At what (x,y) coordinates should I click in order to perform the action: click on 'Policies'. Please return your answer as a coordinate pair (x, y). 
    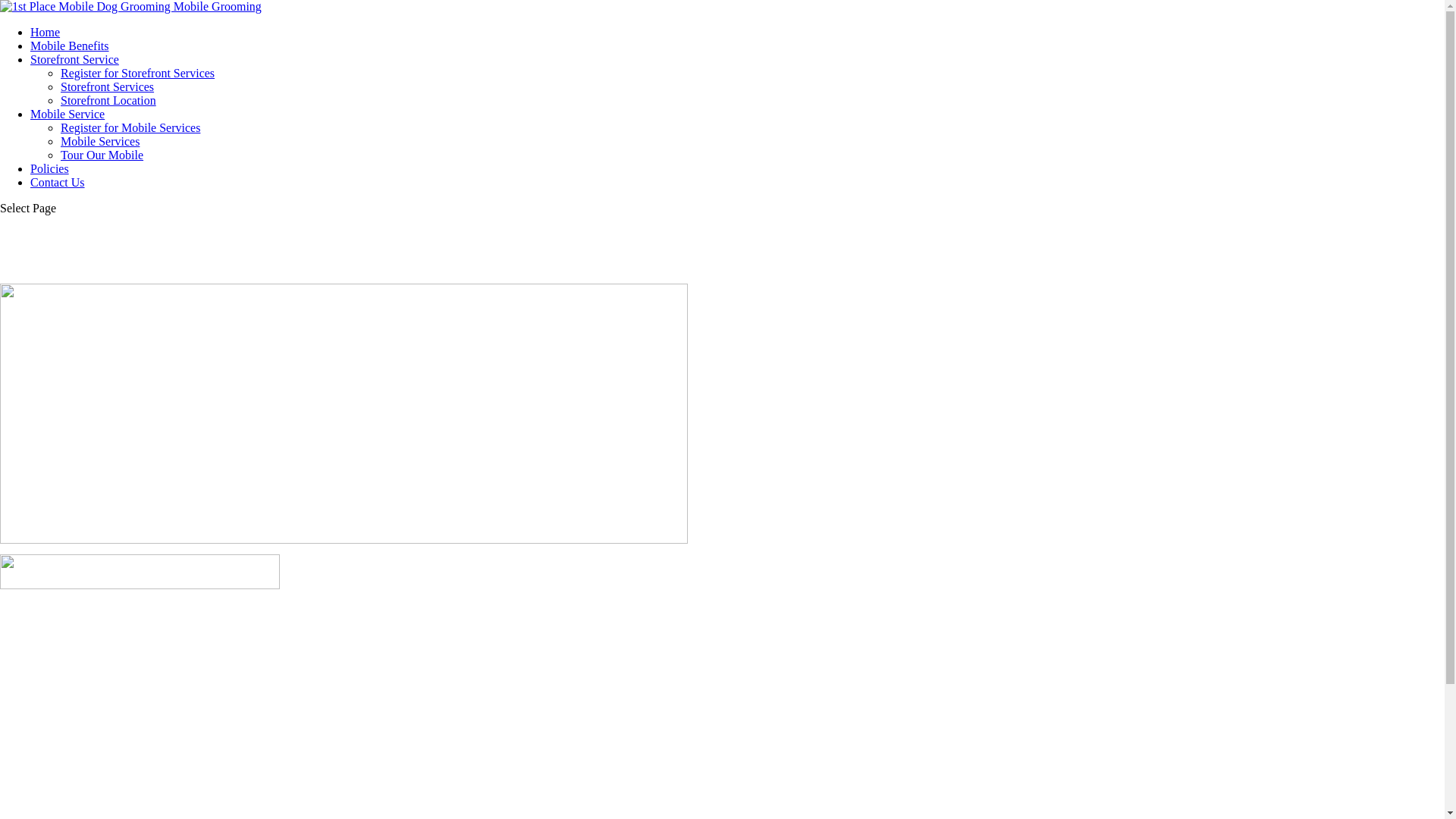
    Looking at the image, I should click on (49, 168).